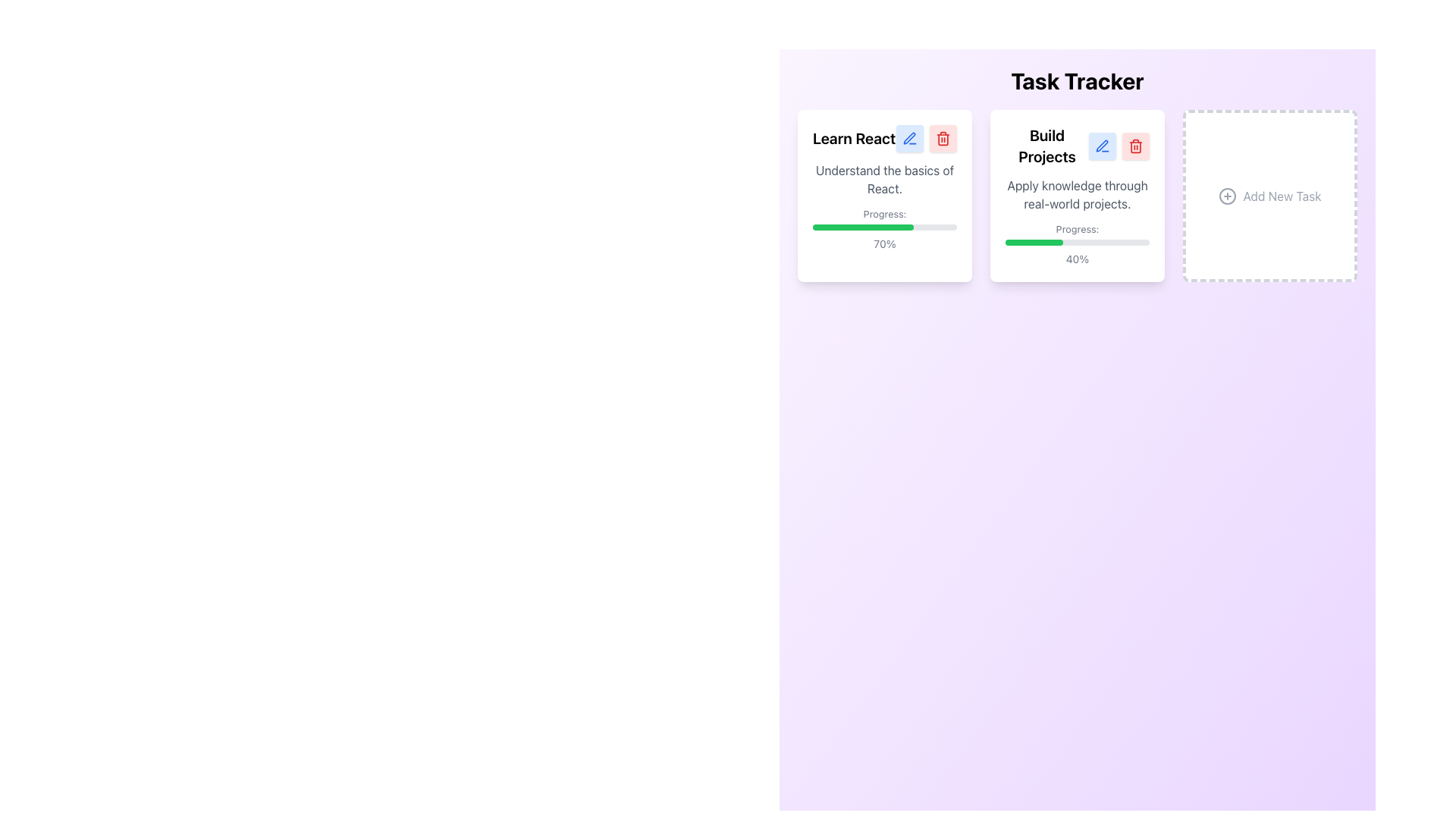 This screenshot has width=1456, height=819. I want to click on the progress level visually on the progress bar representing the 'Learn React' task, which shows a completion value of 70%, so click(884, 227).